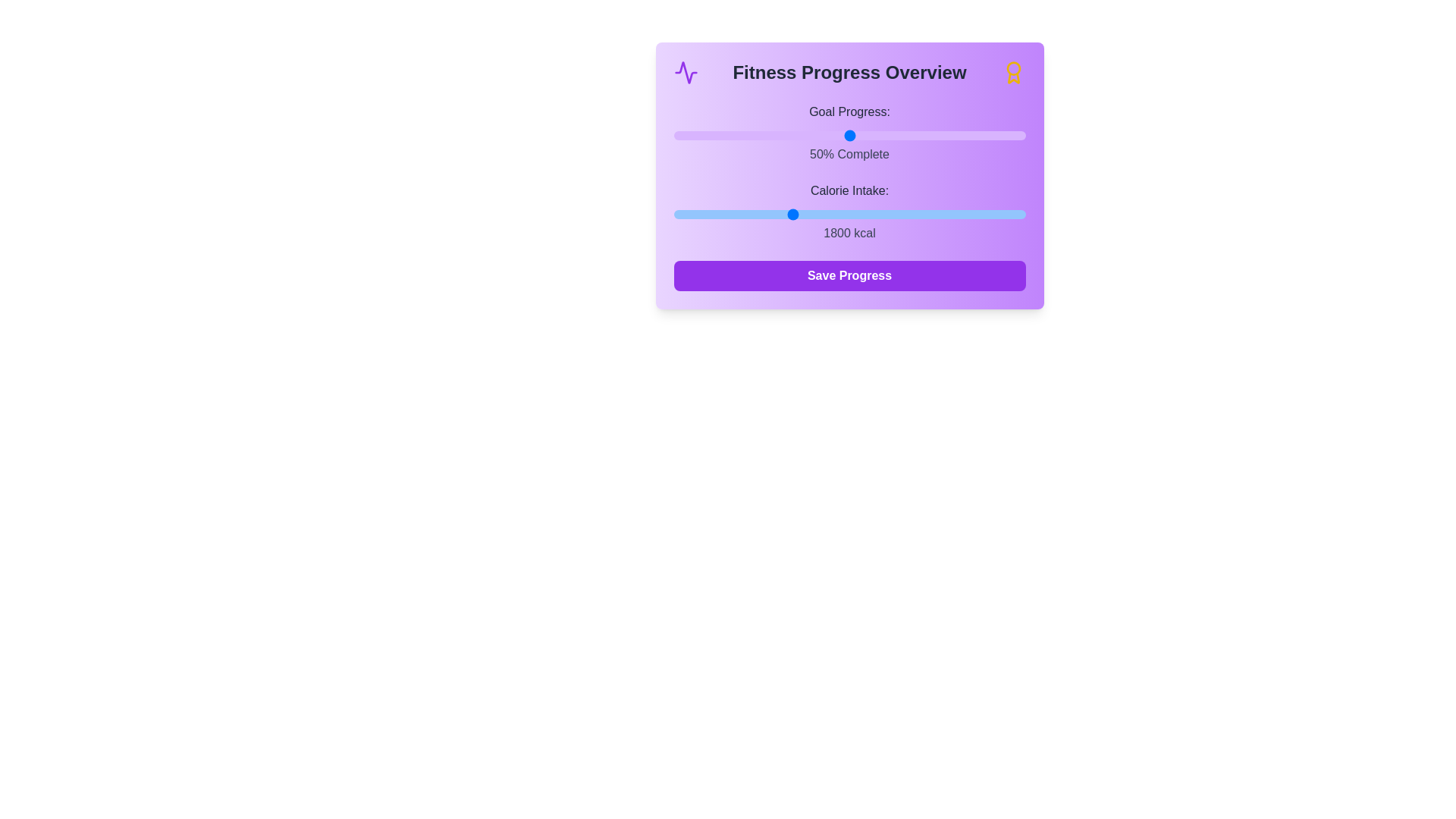 The image size is (1456, 819). I want to click on progress, so click(683, 134).